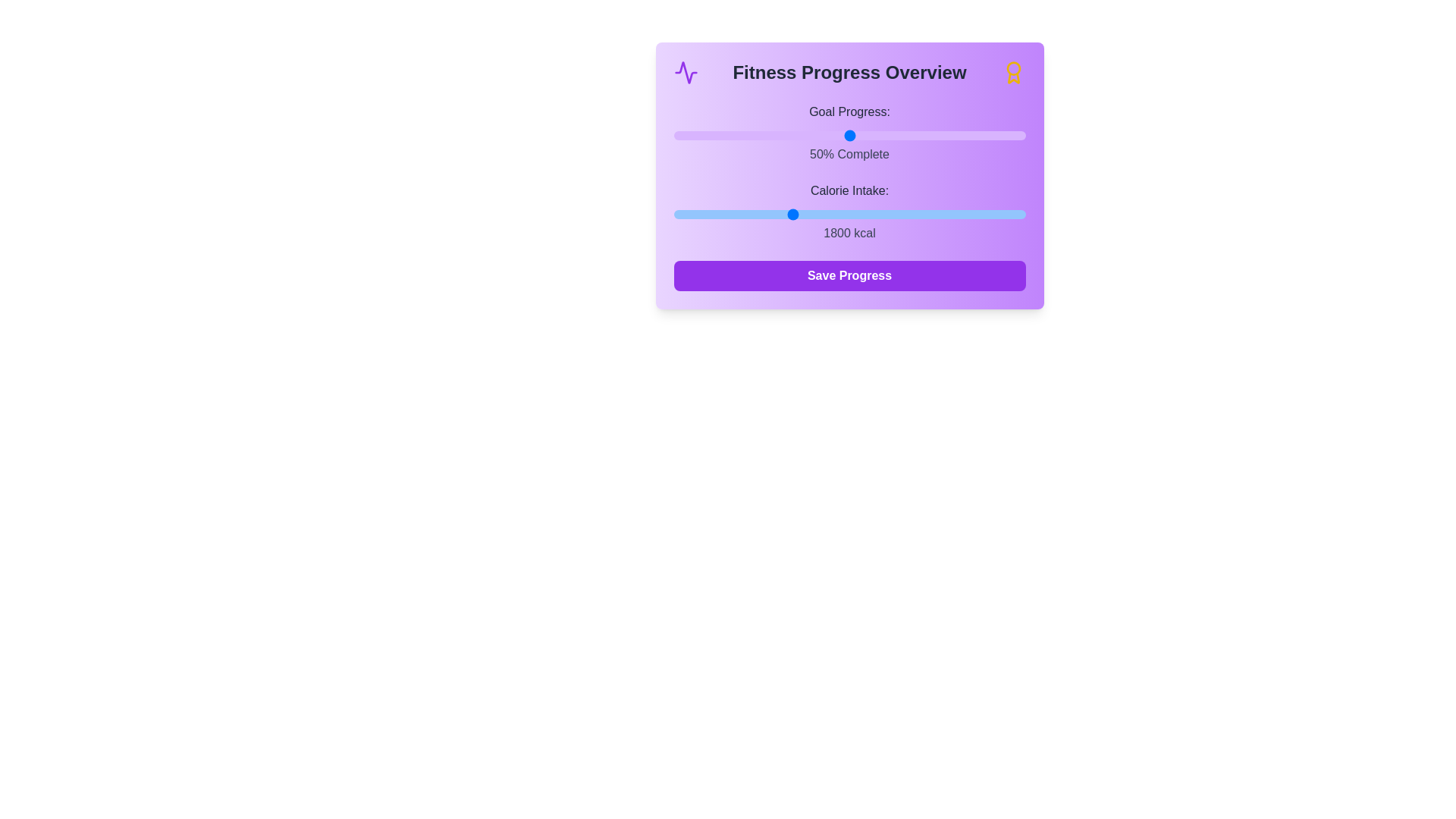 The image size is (1456, 819). I want to click on progress, so click(683, 134).